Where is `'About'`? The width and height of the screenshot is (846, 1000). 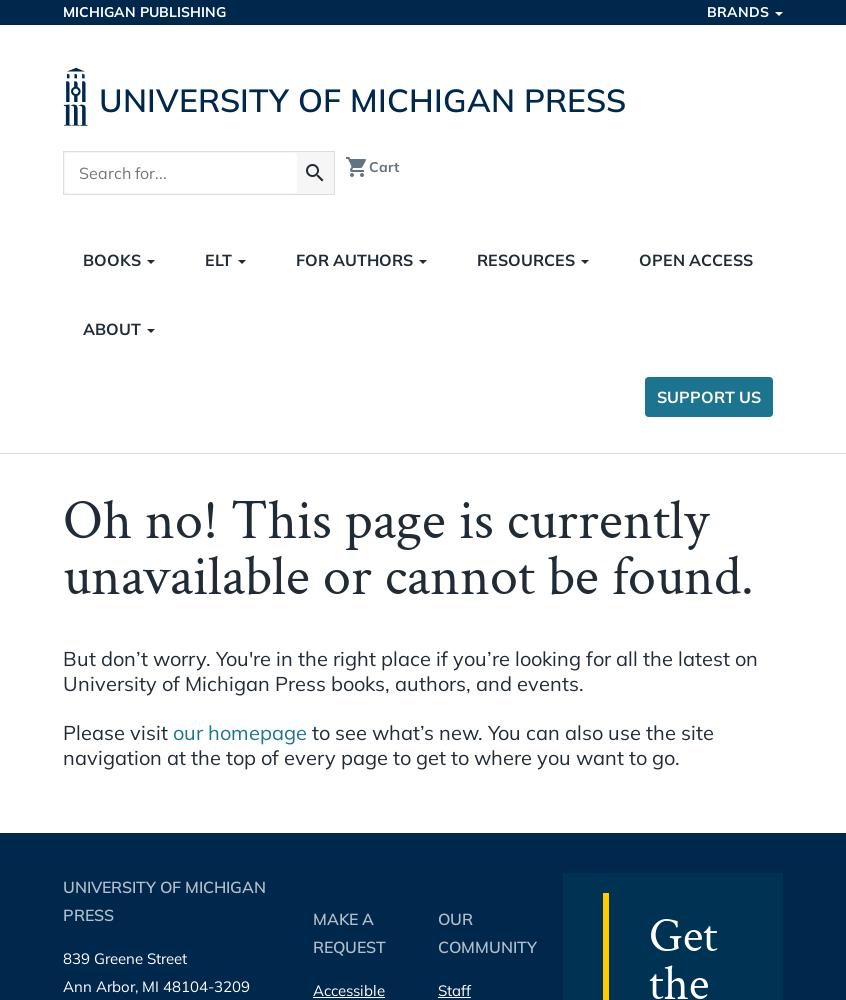
'About' is located at coordinates (114, 328).